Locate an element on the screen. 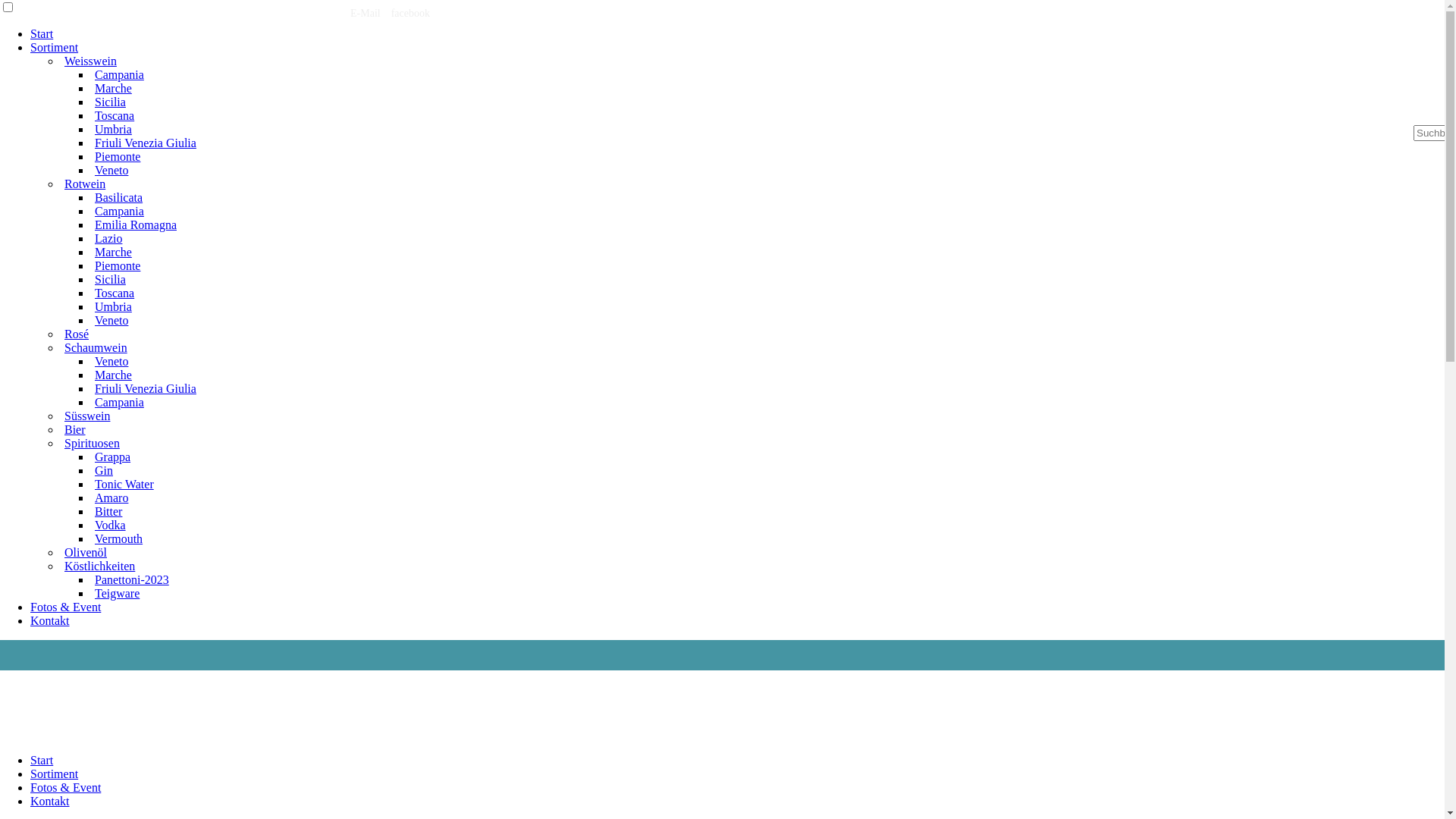  'Veneto' is located at coordinates (90, 319).